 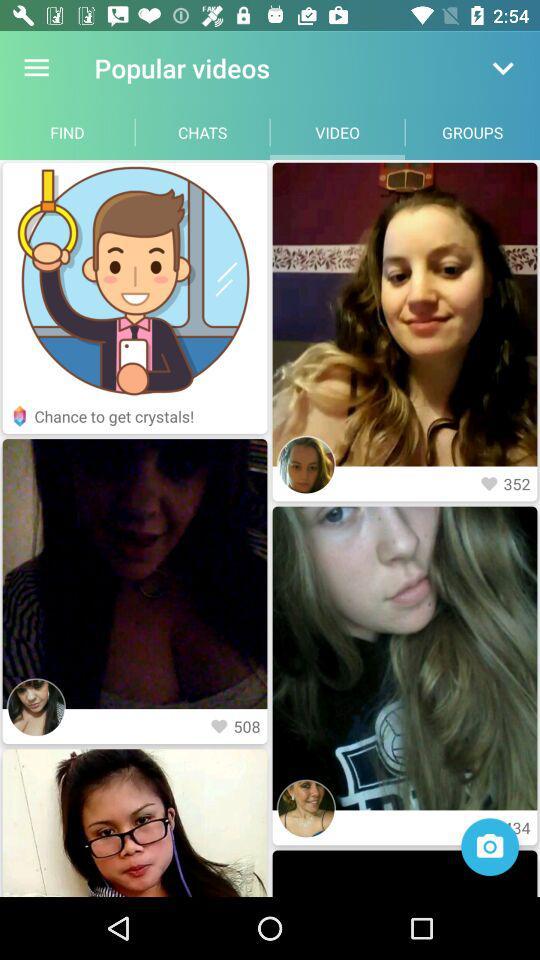 What do you see at coordinates (36, 68) in the screenshot?
I see `the item above the find icon` at bounding box center [36, 68].